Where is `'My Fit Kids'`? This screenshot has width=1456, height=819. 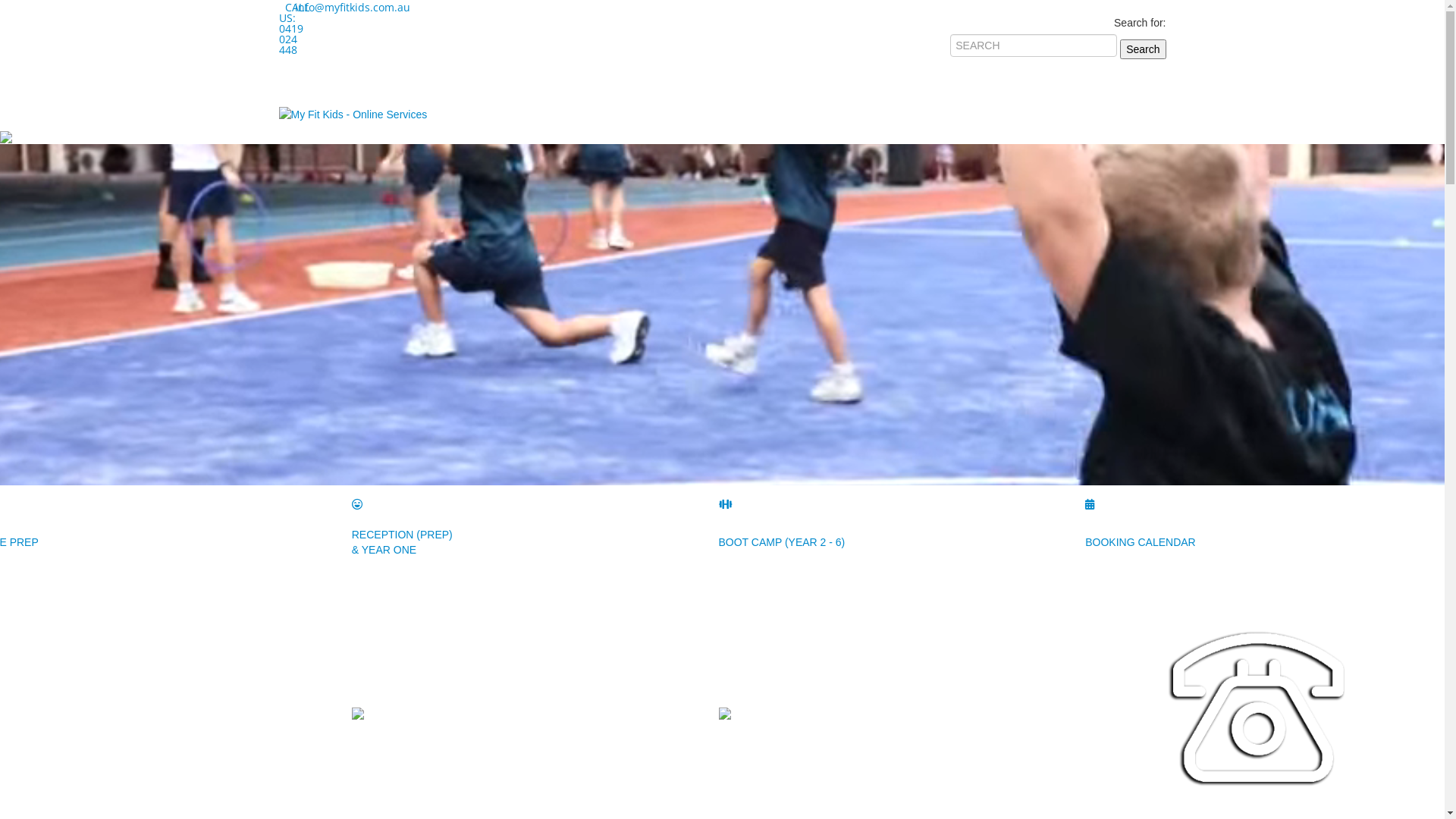 'My Fit Kids' is located at coordinates (279, 113).